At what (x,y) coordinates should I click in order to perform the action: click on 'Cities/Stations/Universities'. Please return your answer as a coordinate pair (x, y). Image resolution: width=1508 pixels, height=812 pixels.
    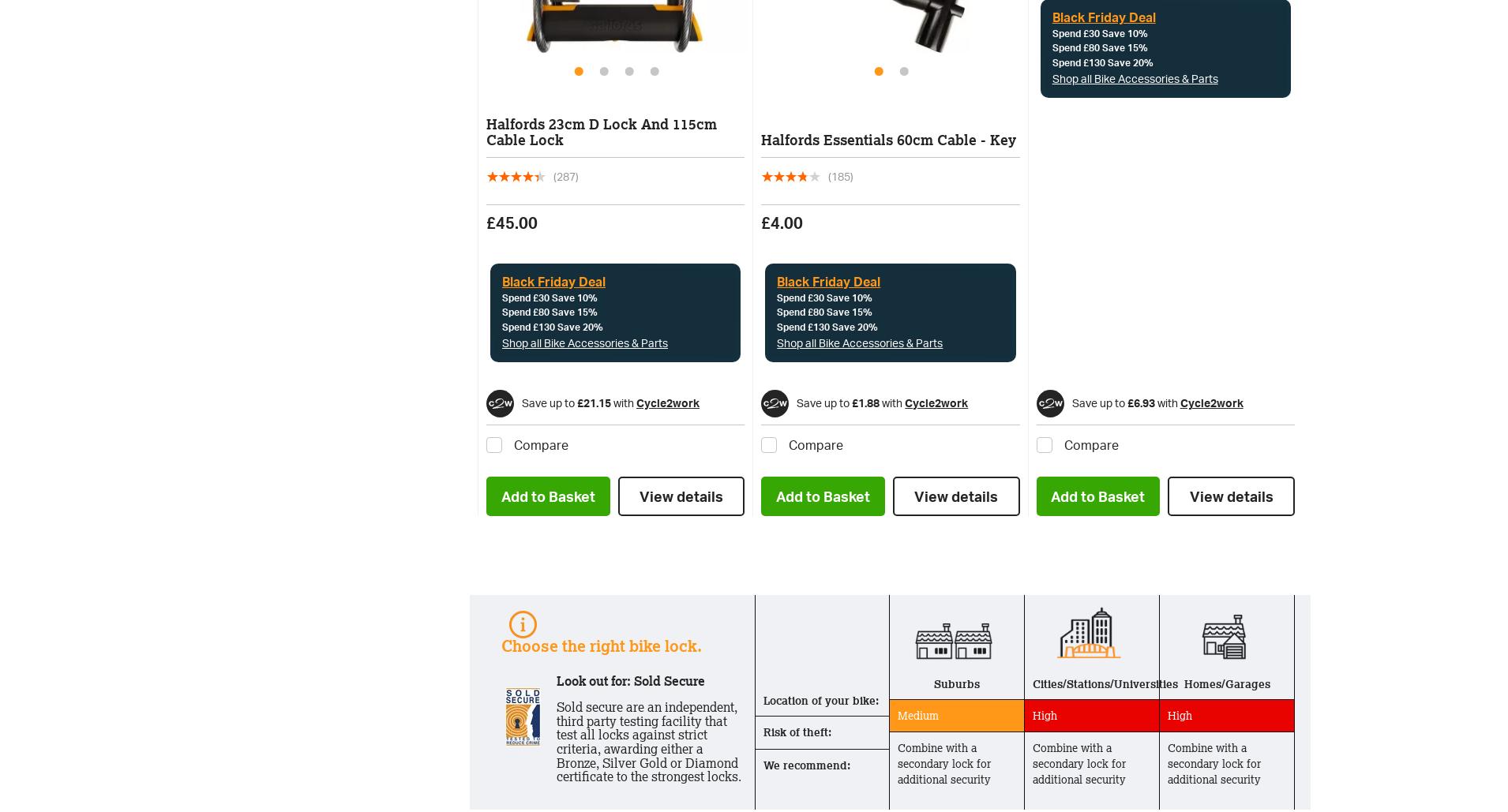
    Looking at the image, I should click on (1105, 683).